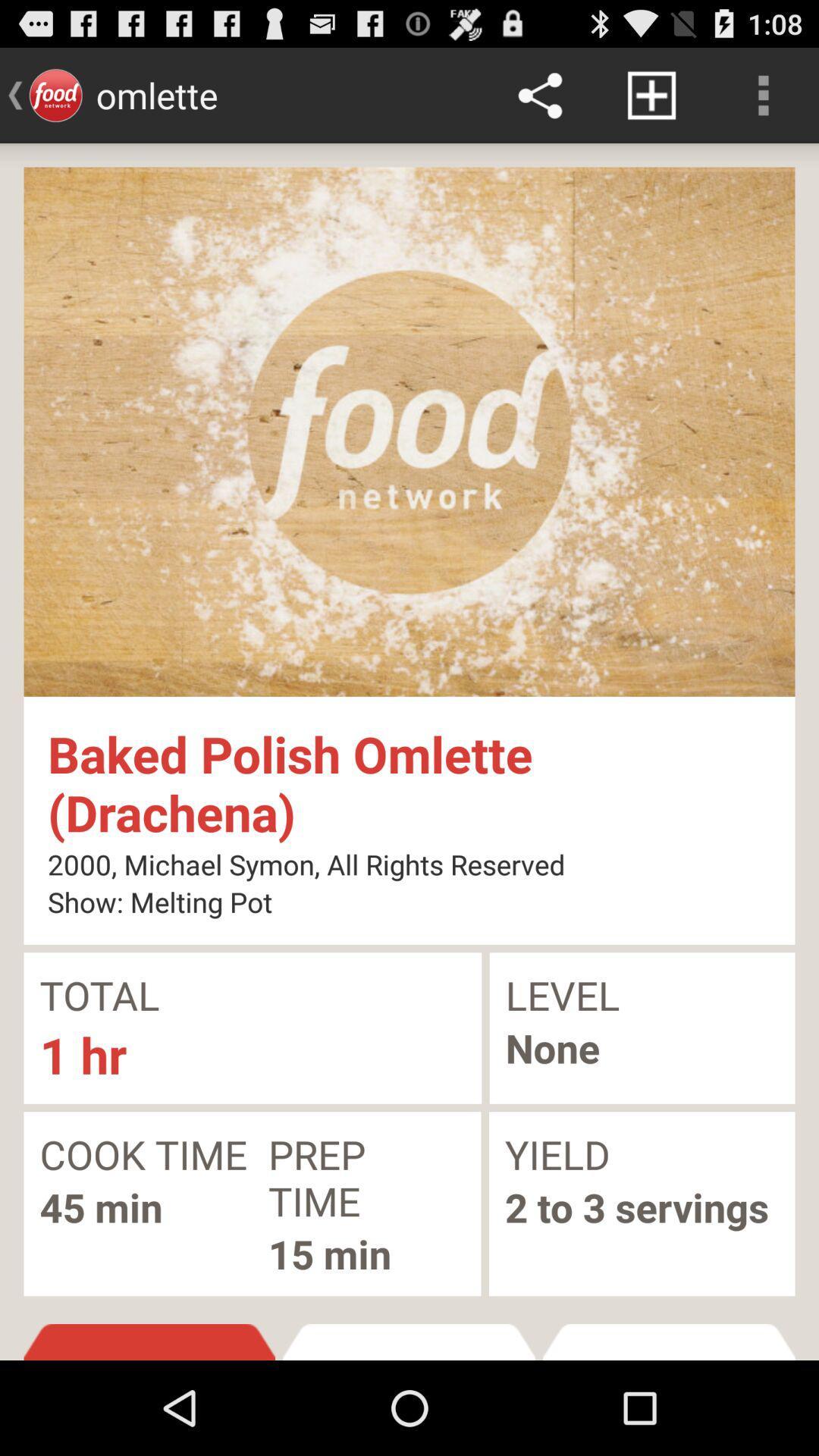  Describe the element at coordinates (668, 1342) in the screenshot. I see `item to the right of the recipe` at that location.